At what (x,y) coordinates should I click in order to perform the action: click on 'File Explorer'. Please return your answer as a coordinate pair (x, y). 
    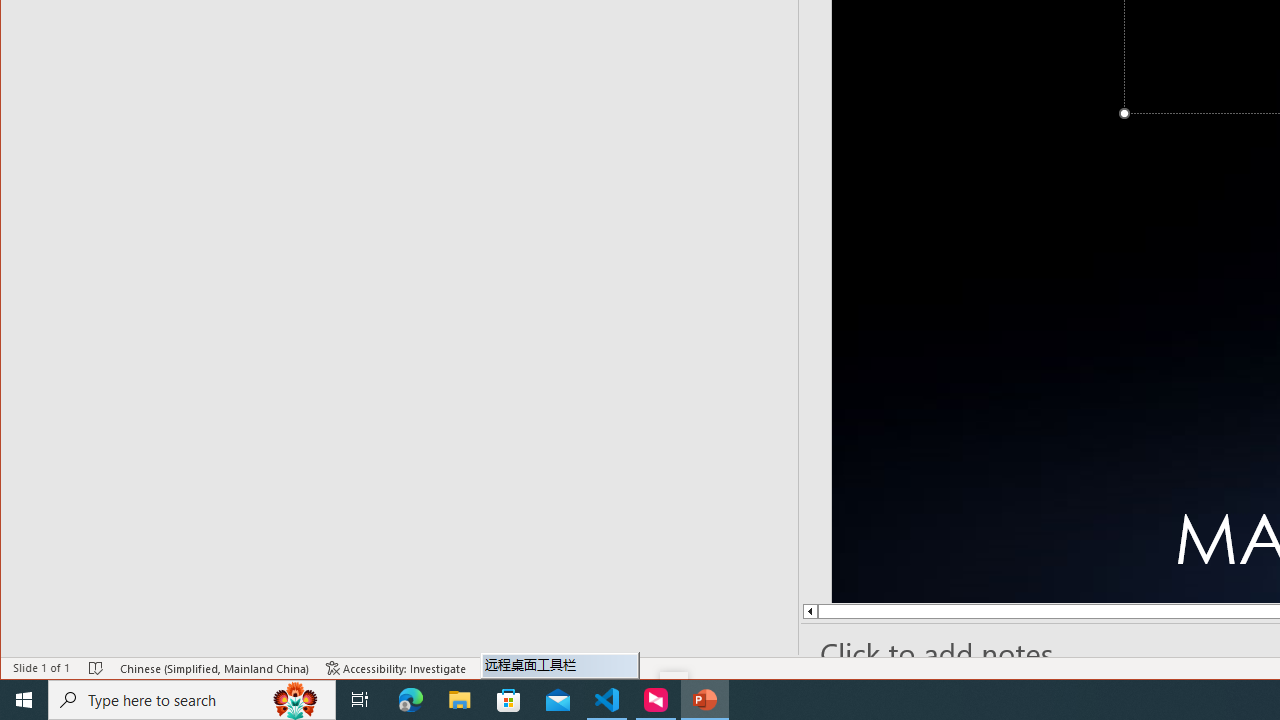
    Looking at the image, I should click on (459, 698).